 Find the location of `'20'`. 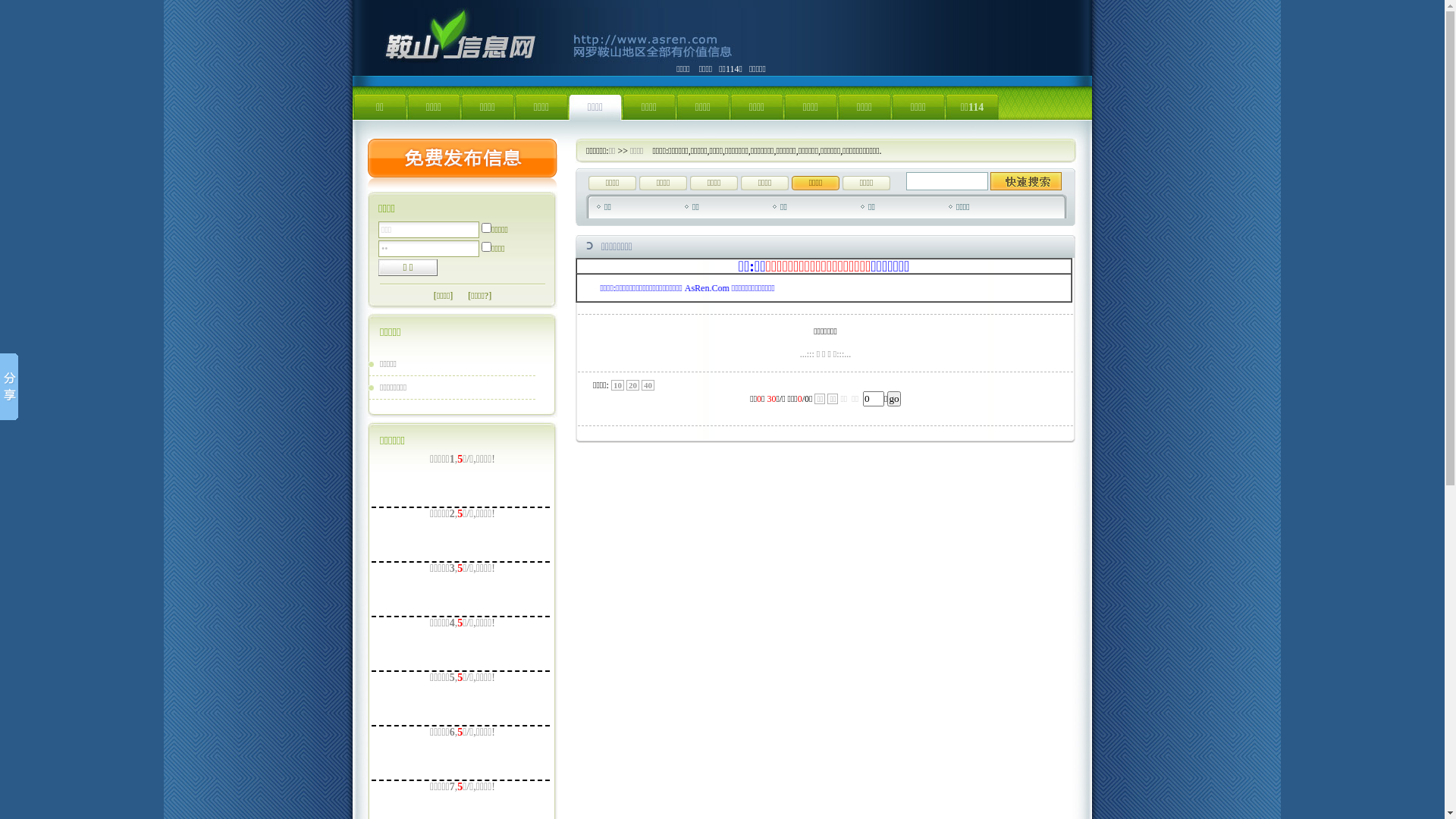

'20' is located at coordinates (626, 384).